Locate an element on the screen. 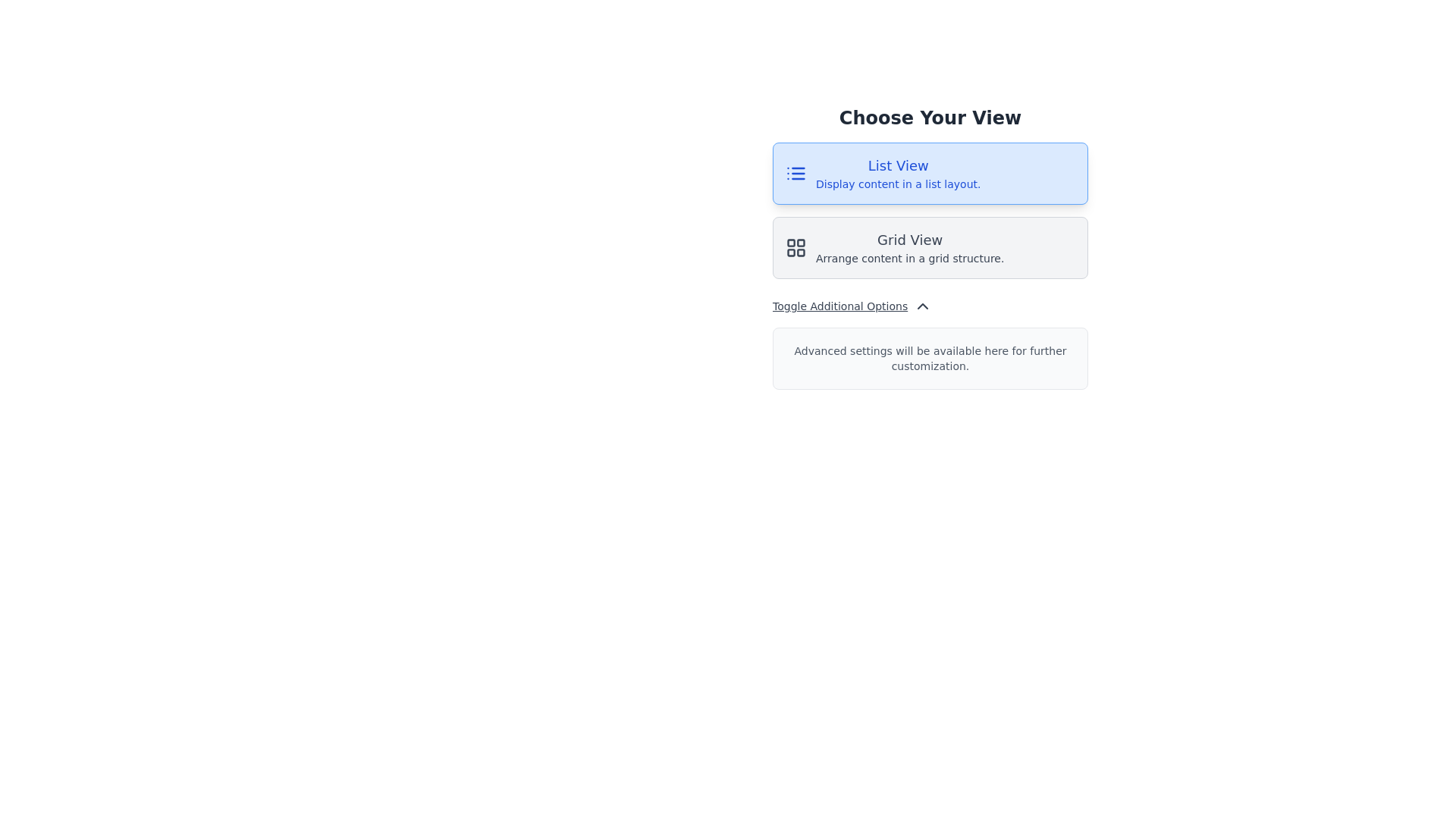  the toggle icon located to the right of the 'Toggle Additional Options' text is located at coordinates (922, 306).